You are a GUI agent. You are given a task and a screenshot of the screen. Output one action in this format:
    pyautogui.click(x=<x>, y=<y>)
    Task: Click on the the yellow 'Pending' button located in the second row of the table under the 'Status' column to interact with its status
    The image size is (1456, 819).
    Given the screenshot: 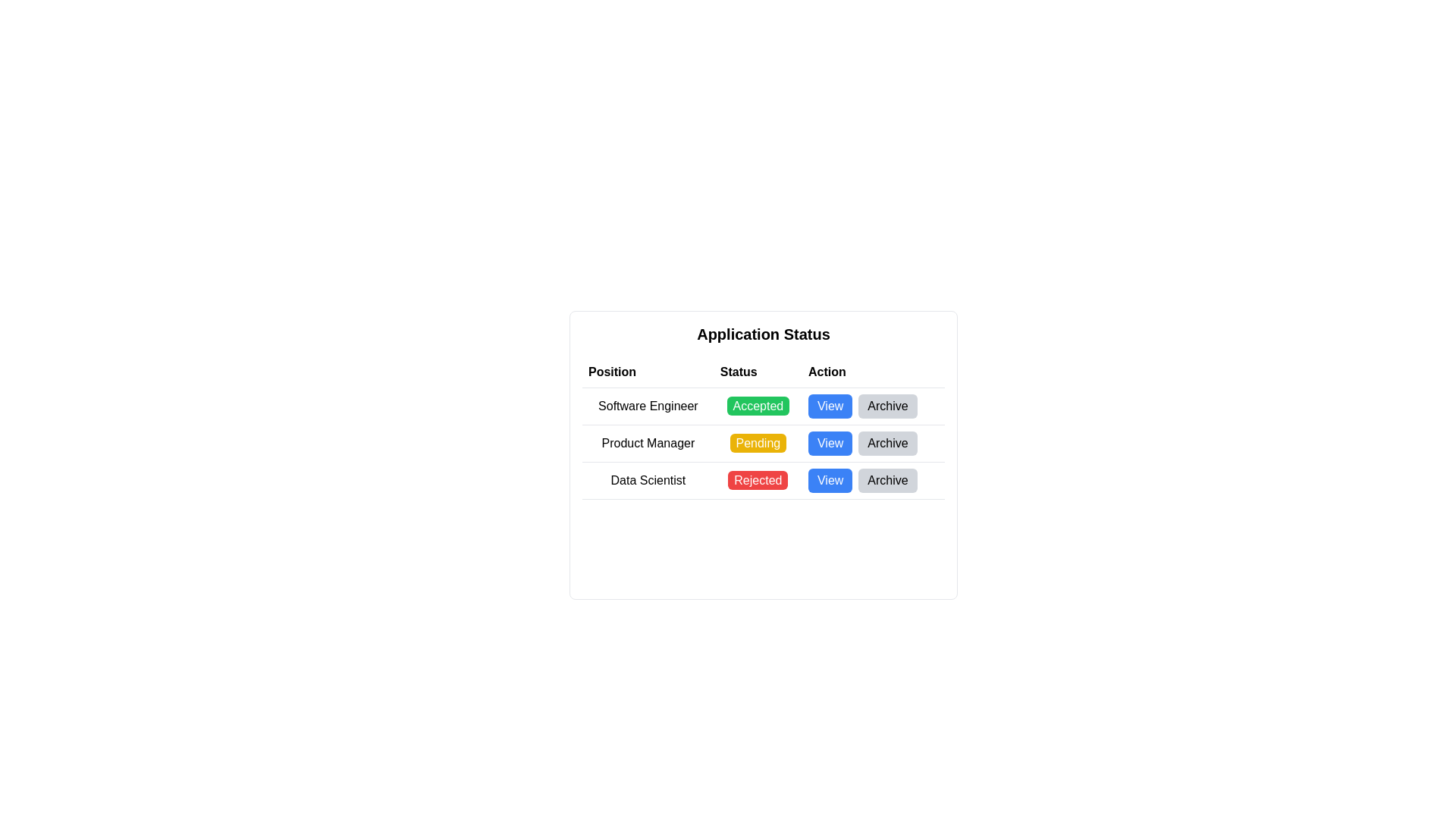 What is the action you would take?
    pyautogui.click(x=764, y=444)
    